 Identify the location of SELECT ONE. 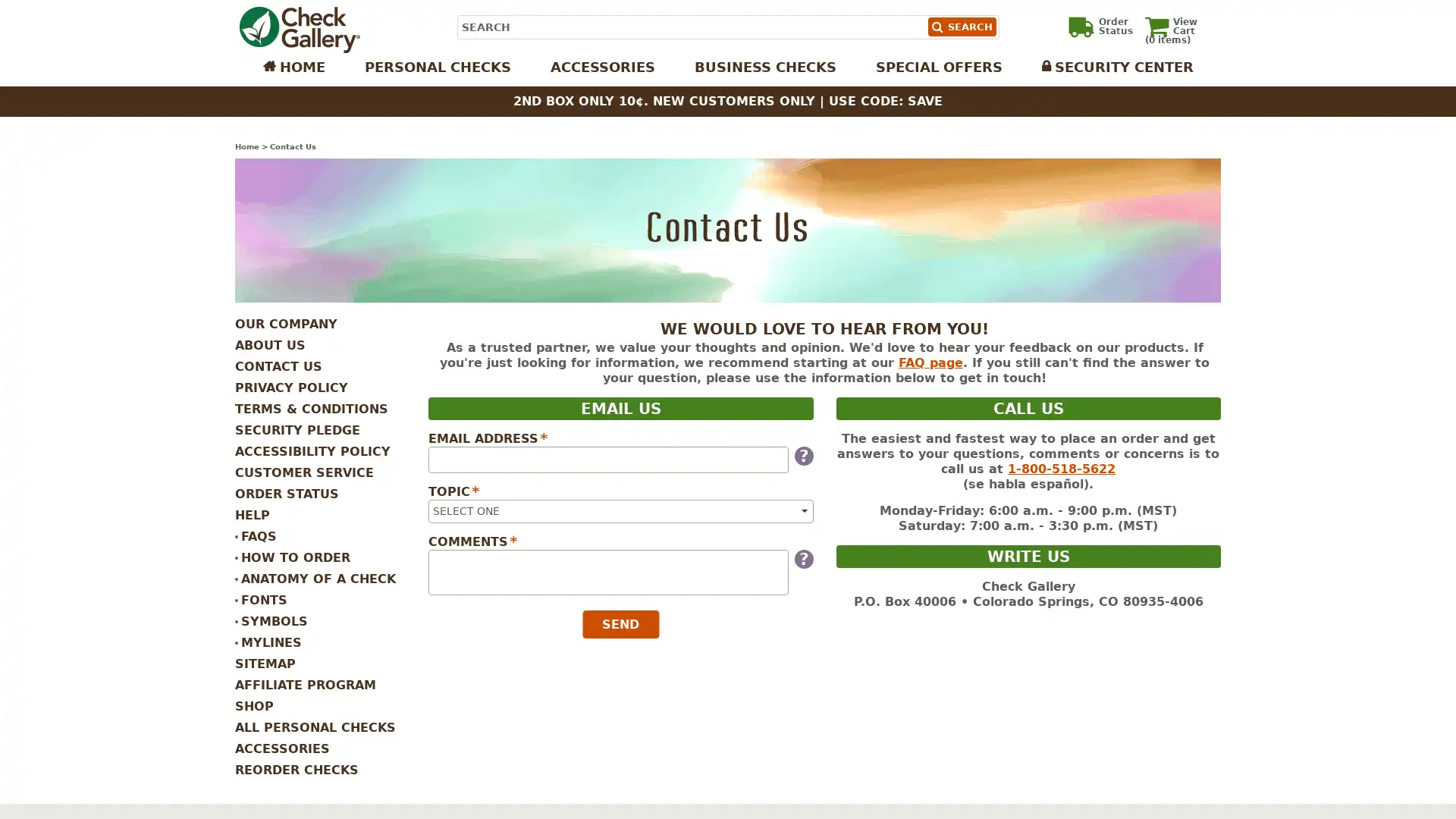
(620, 510).